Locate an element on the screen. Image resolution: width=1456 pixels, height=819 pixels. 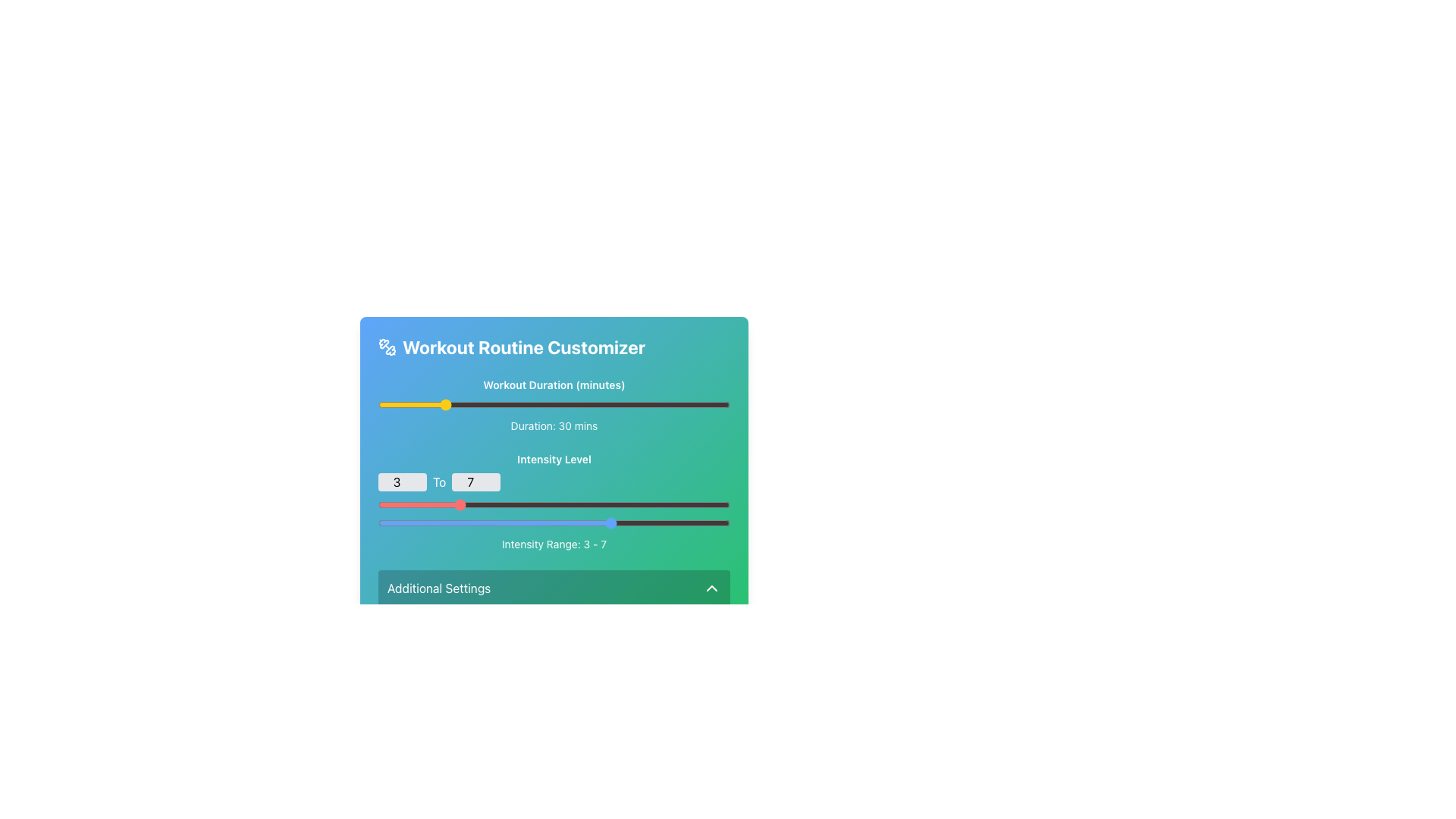
workout duration is located at coordinates (419, 403).